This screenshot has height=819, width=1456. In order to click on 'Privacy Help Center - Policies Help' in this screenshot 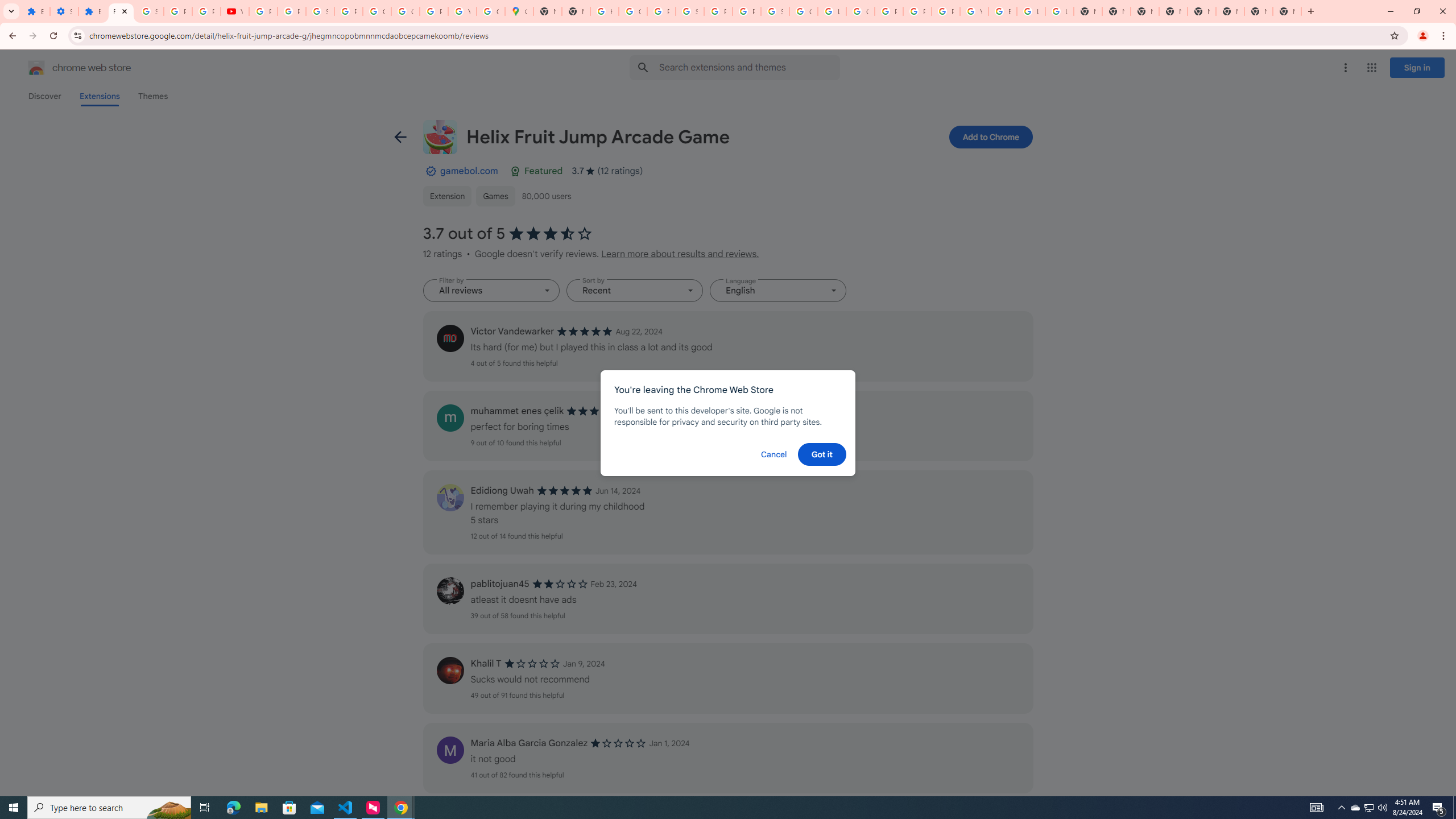, I will do `click(888, 11)`.